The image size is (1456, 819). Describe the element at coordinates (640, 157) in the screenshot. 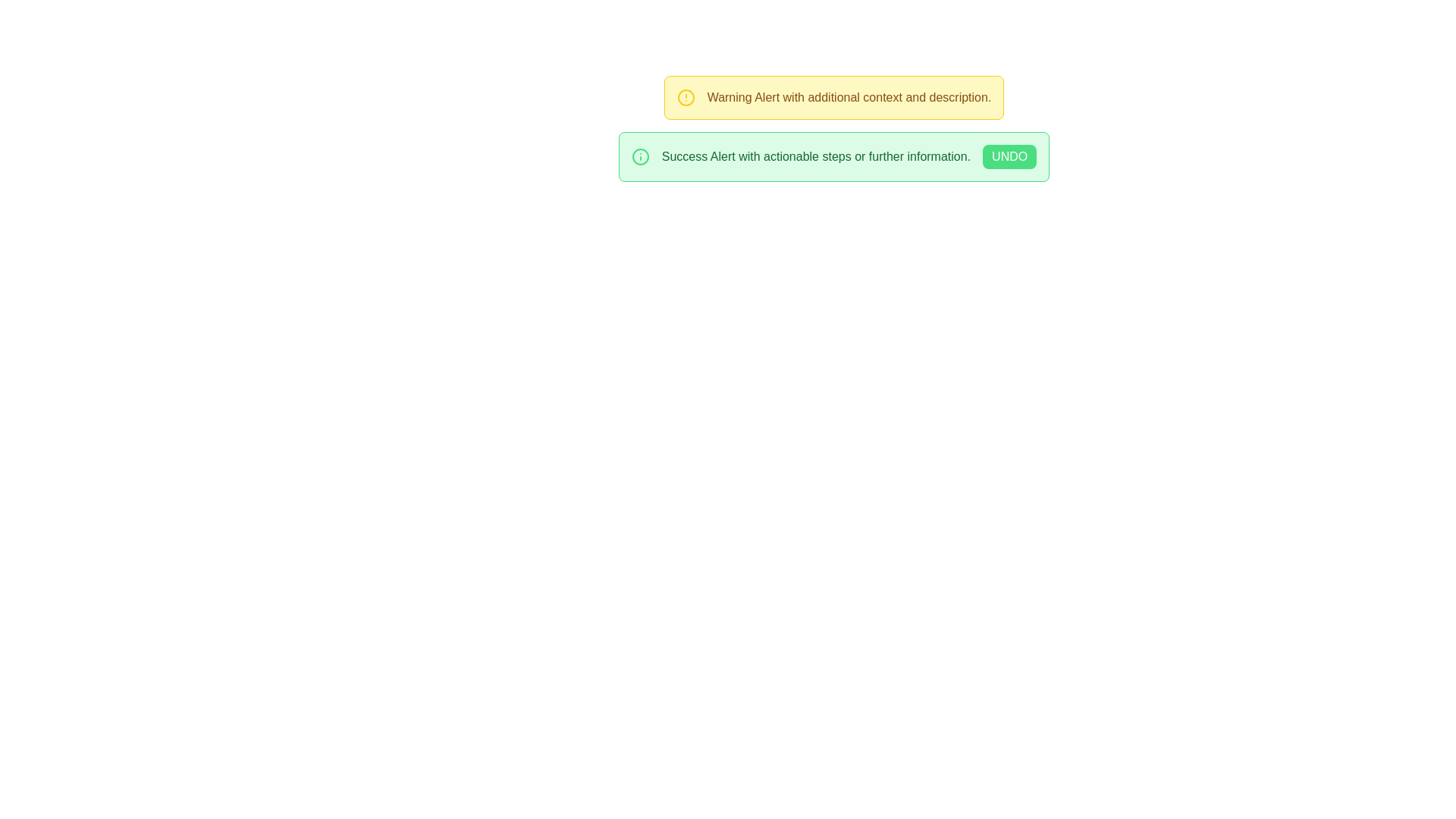

I see `the green circular graphical icon located in the left portion of a success message alert` at that location.